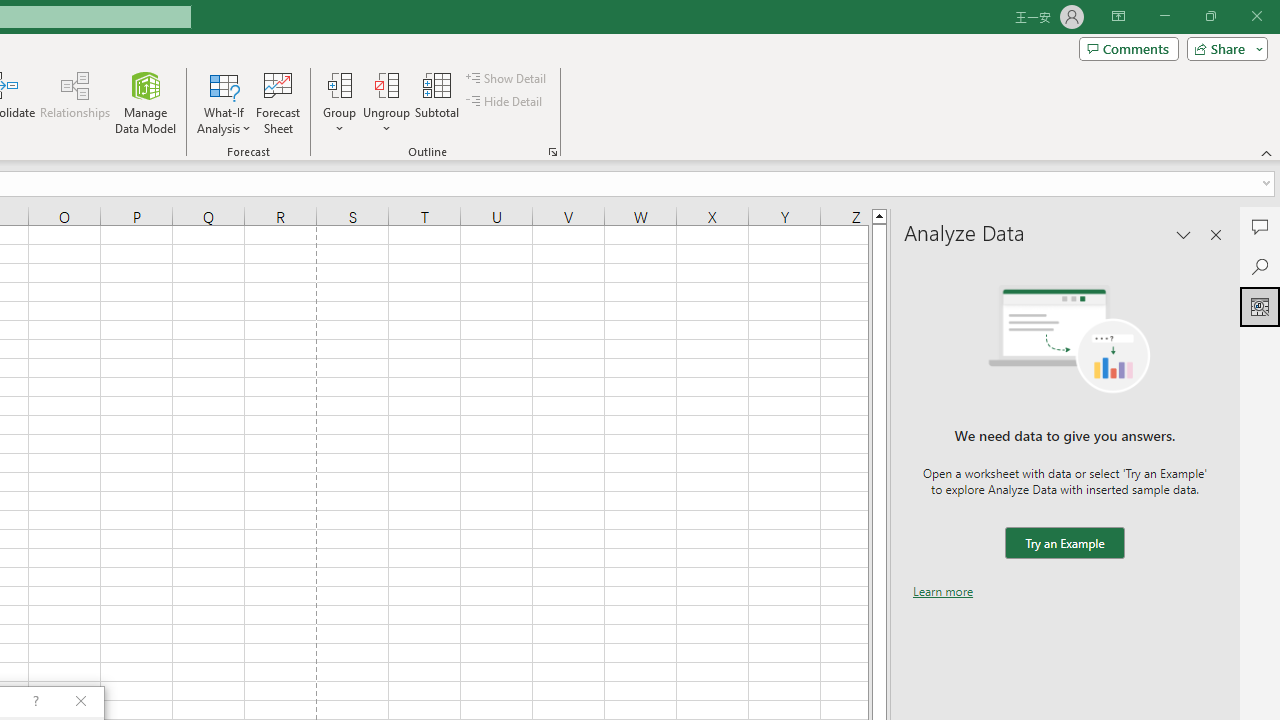  I want to click on 'Line up', so click(879, 215).